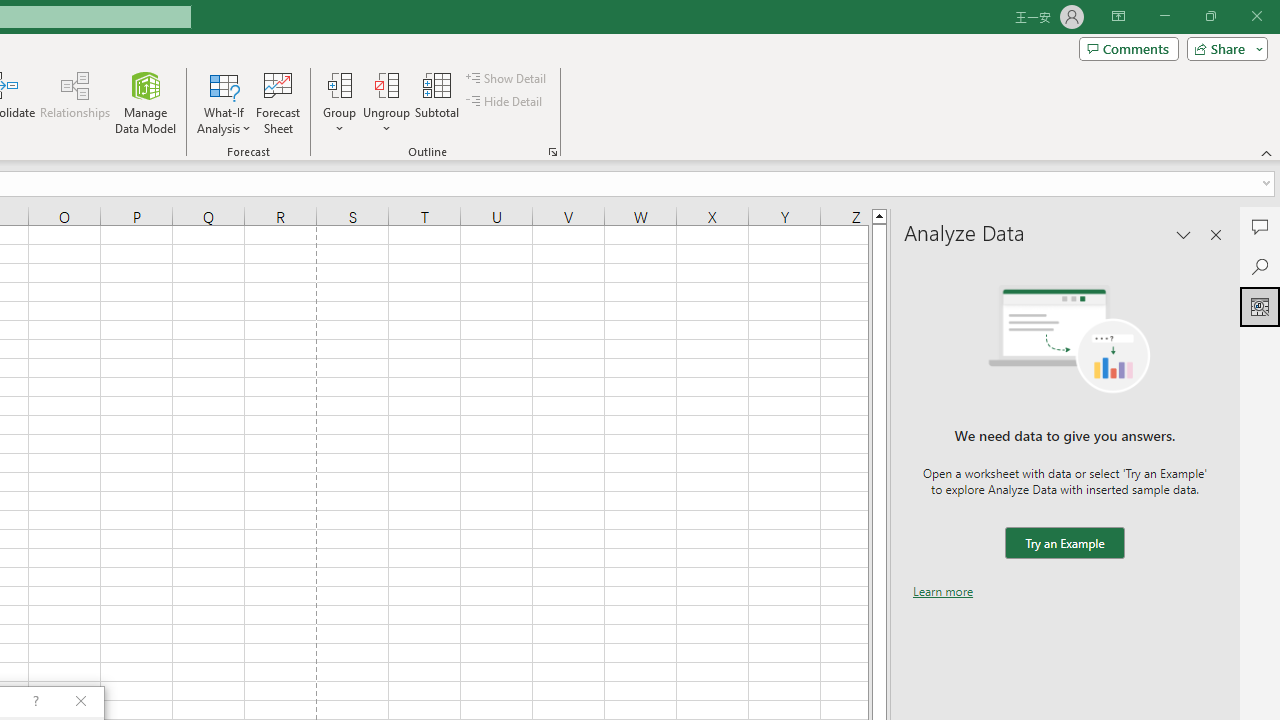  I want to click on 'Line up', so click(879, 215).